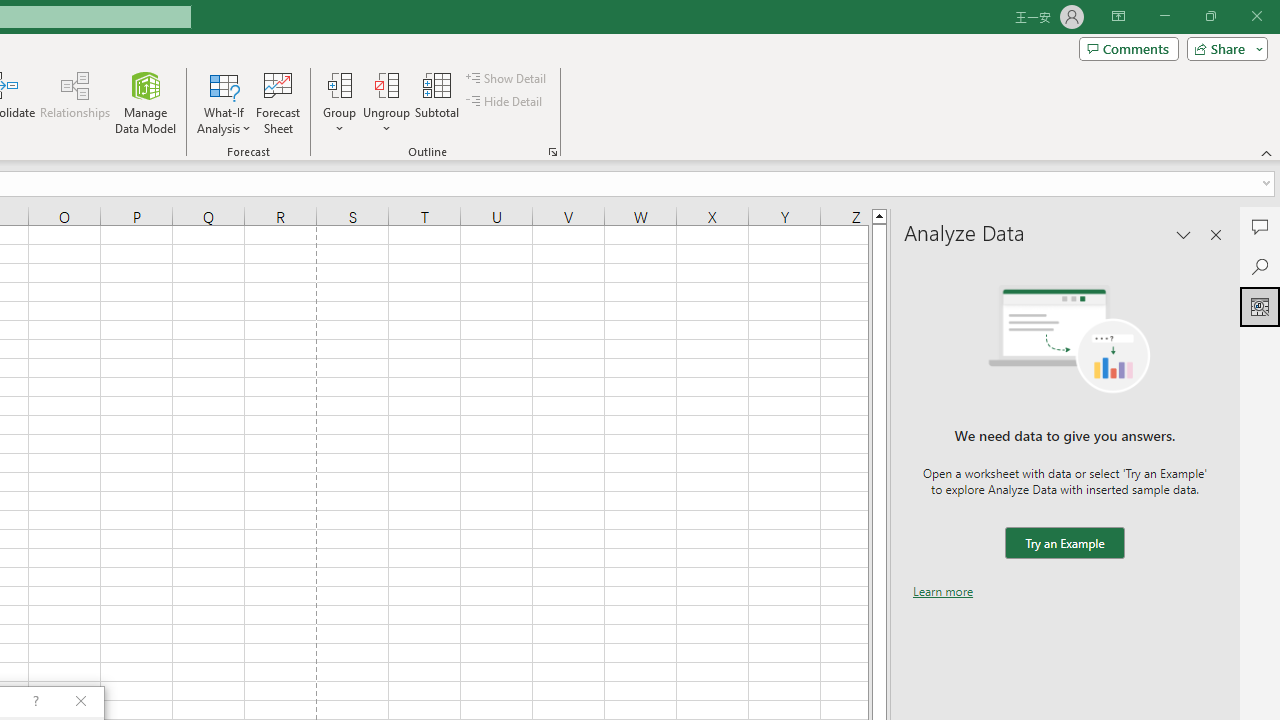  I want to click on 'Line up', so click(879, 215).